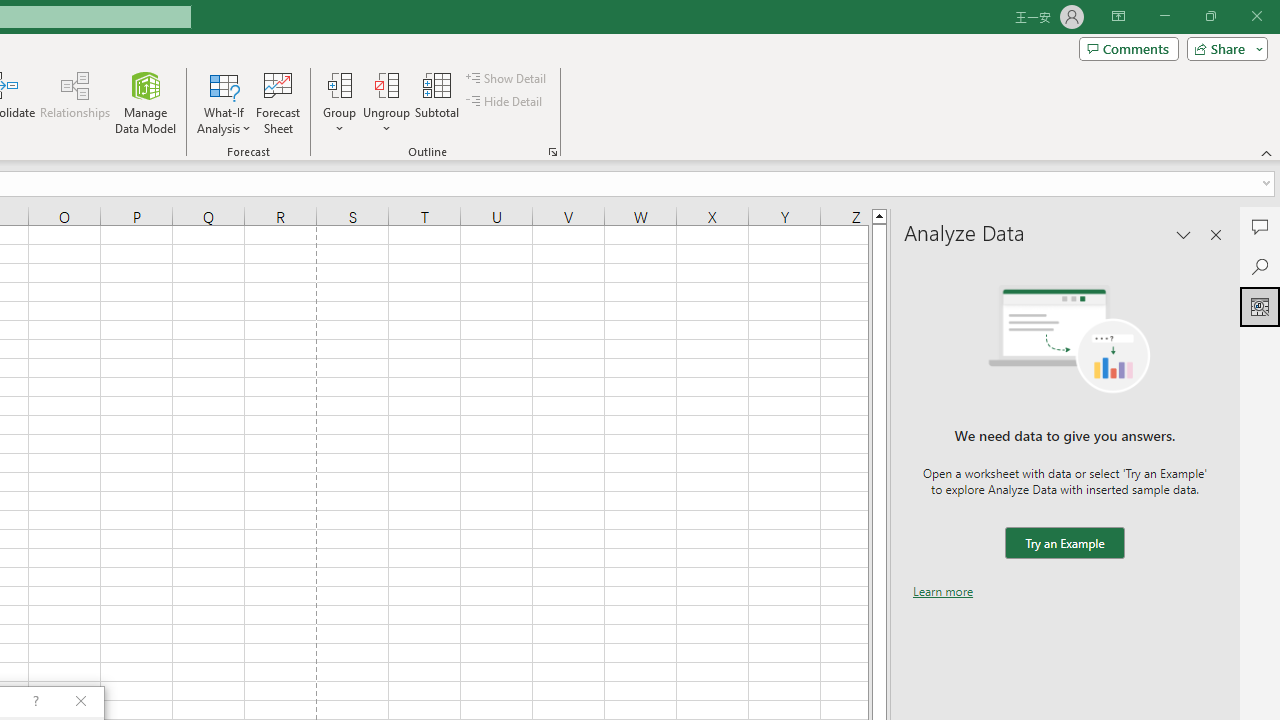  I want to click on 'Line up', so click(879, 215).